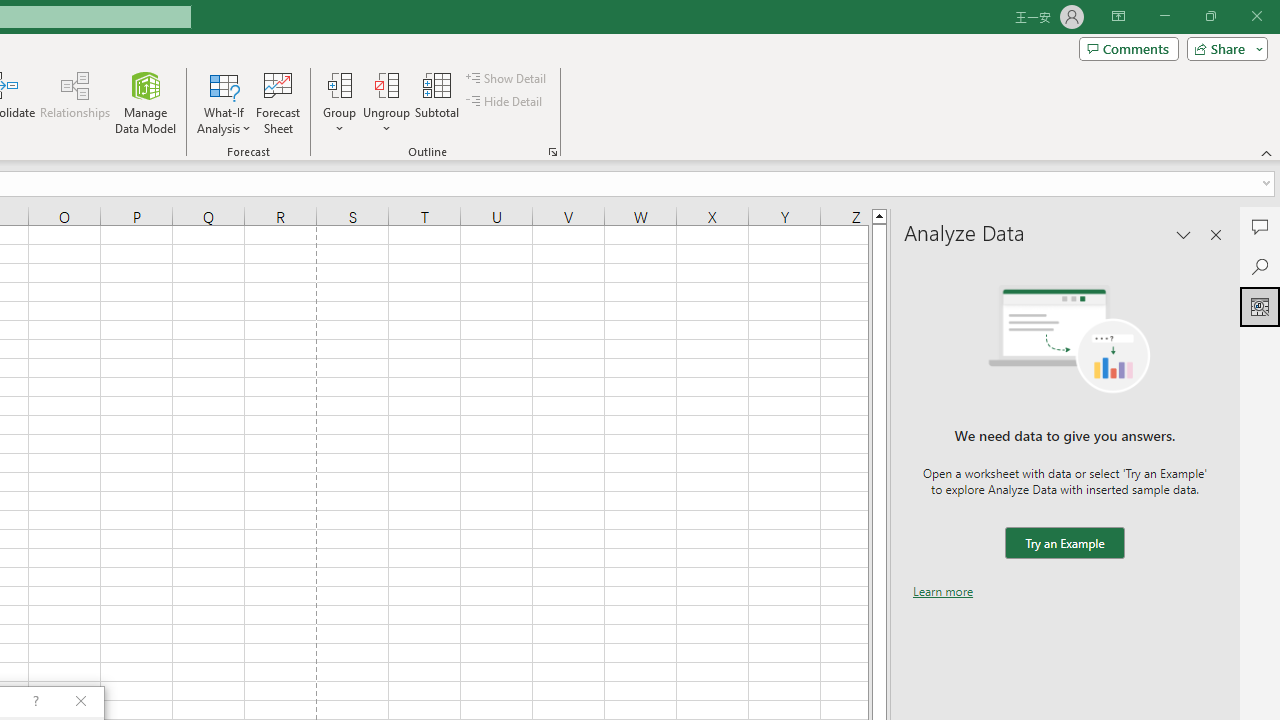  I want to click on 'Line up', so click(879, 215).